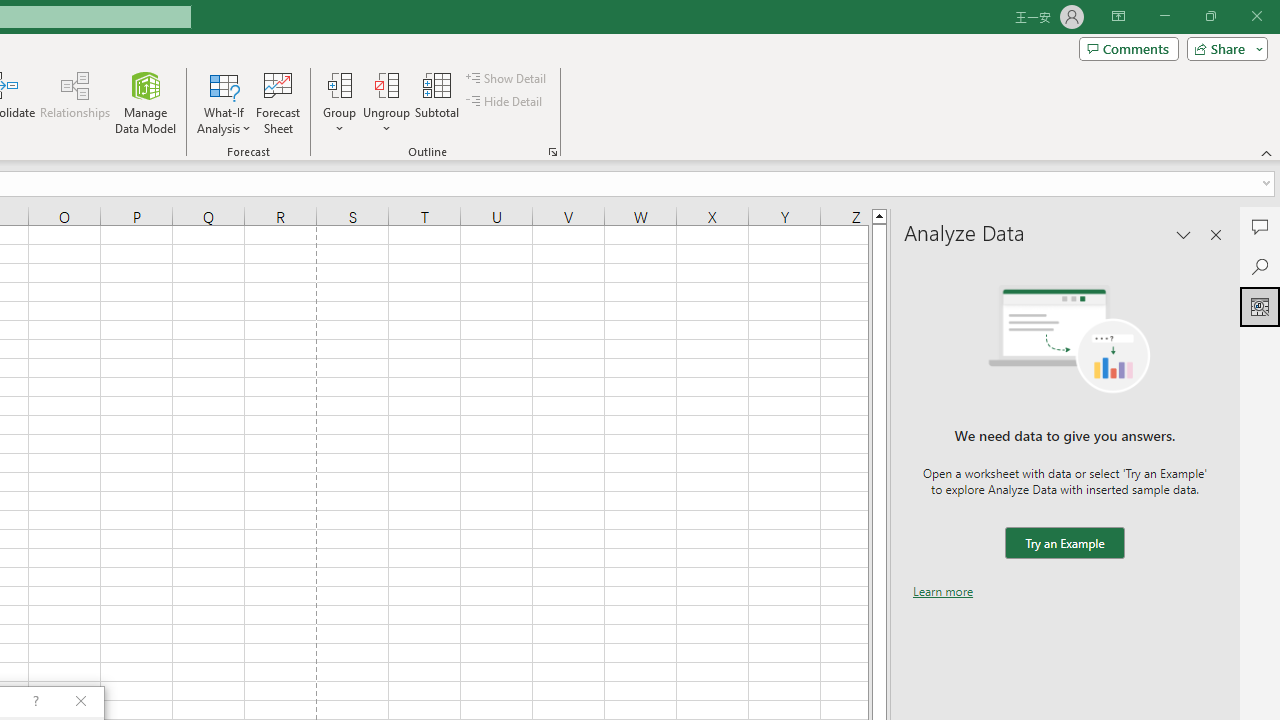  I want to click on 'Line up', so click(879, 215).